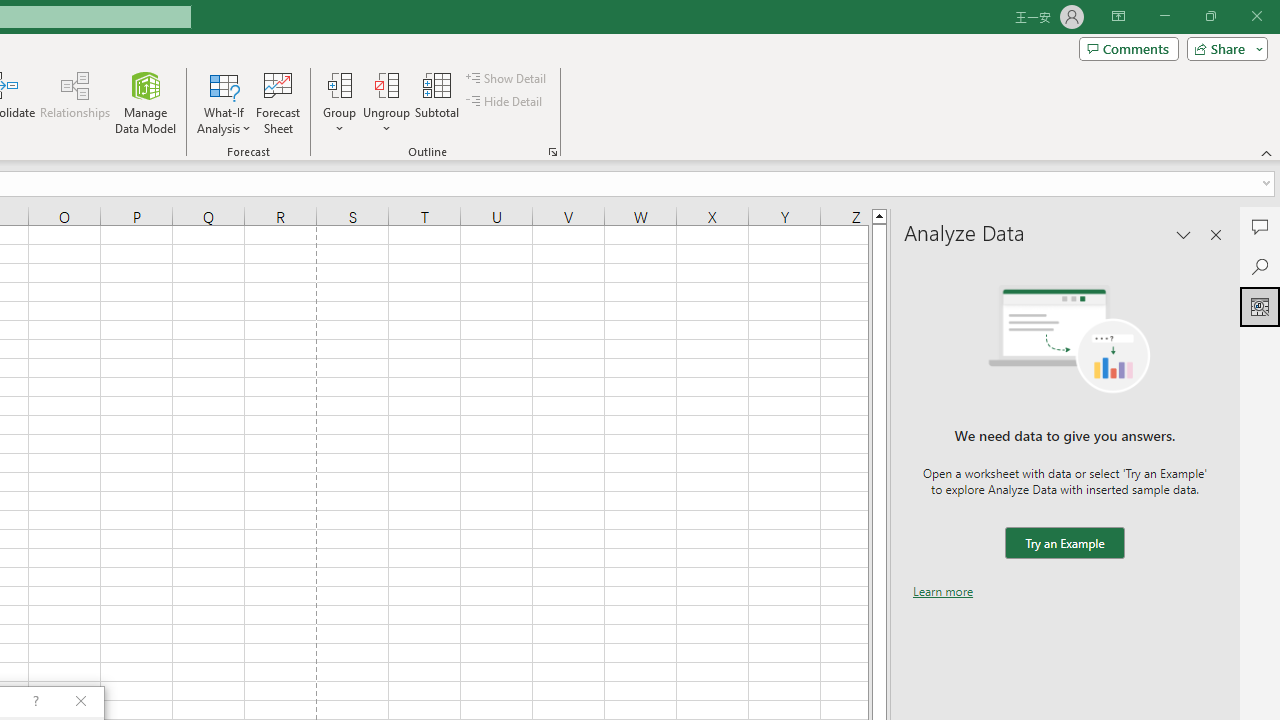  I want to click on 'Line up', so click(879, 215).